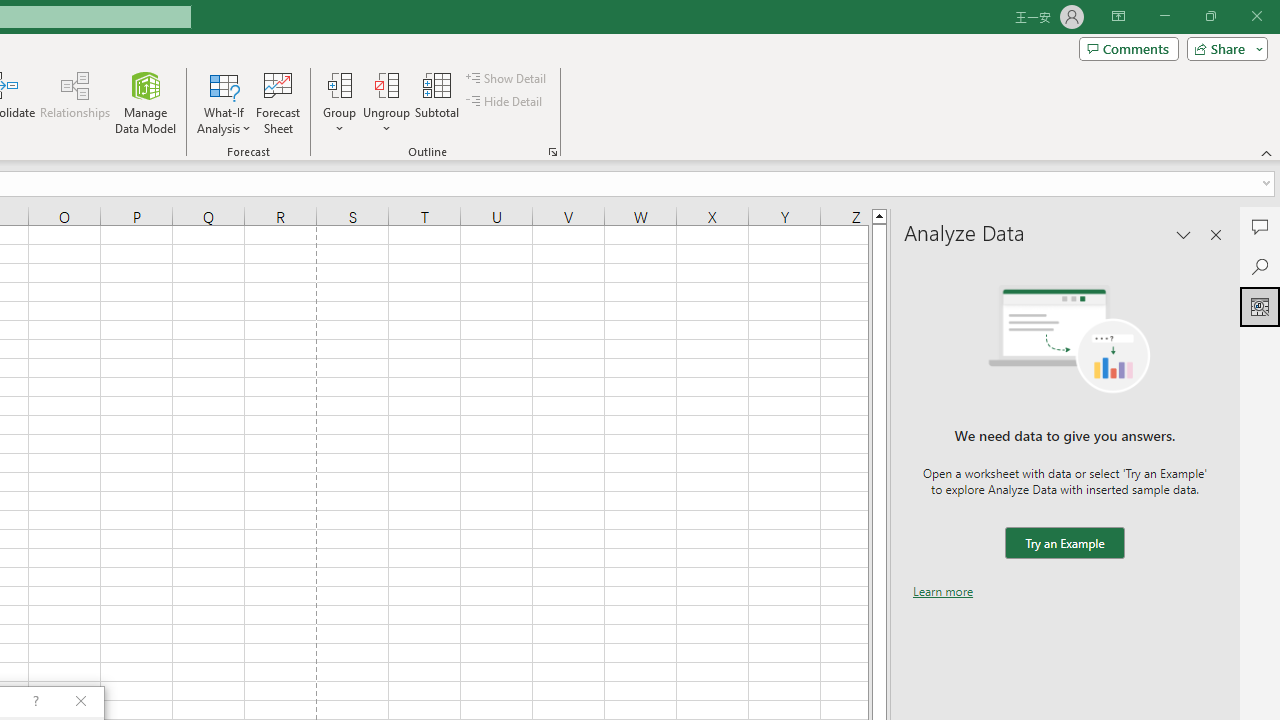  I want to click on 'Line up', so click(879, 215).